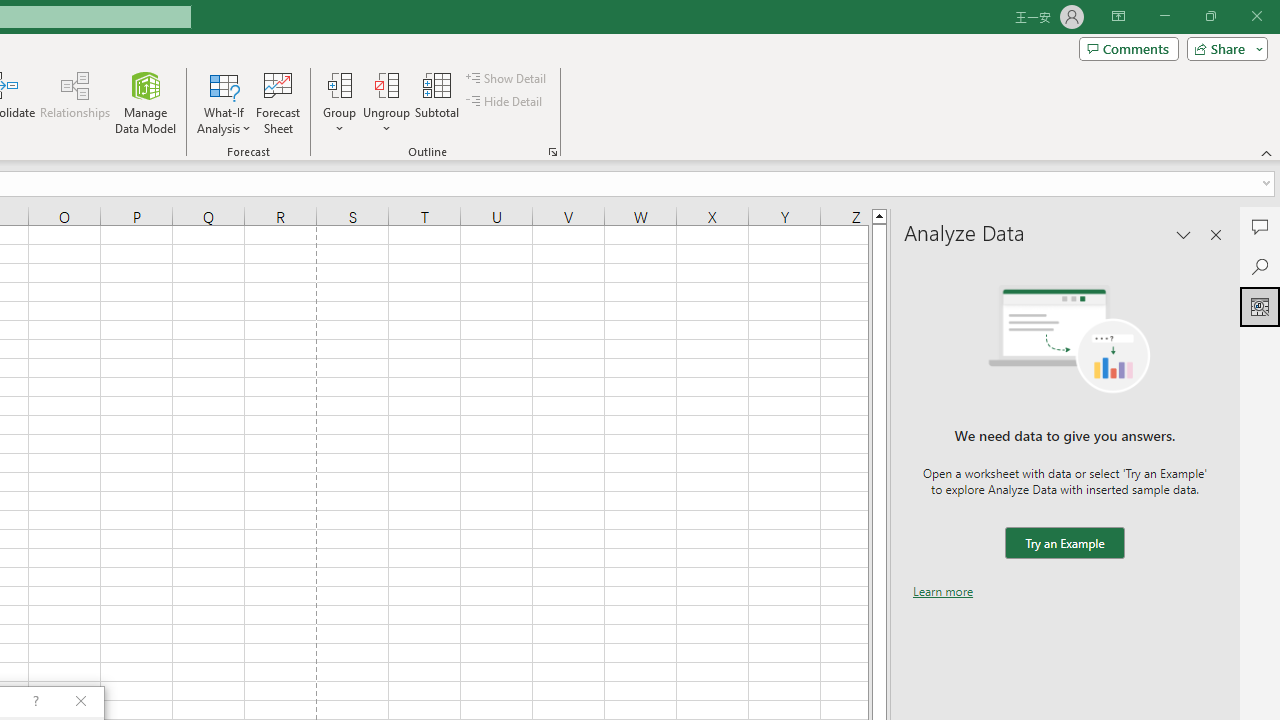  I want to click on 'Line up', so click(879, 215).